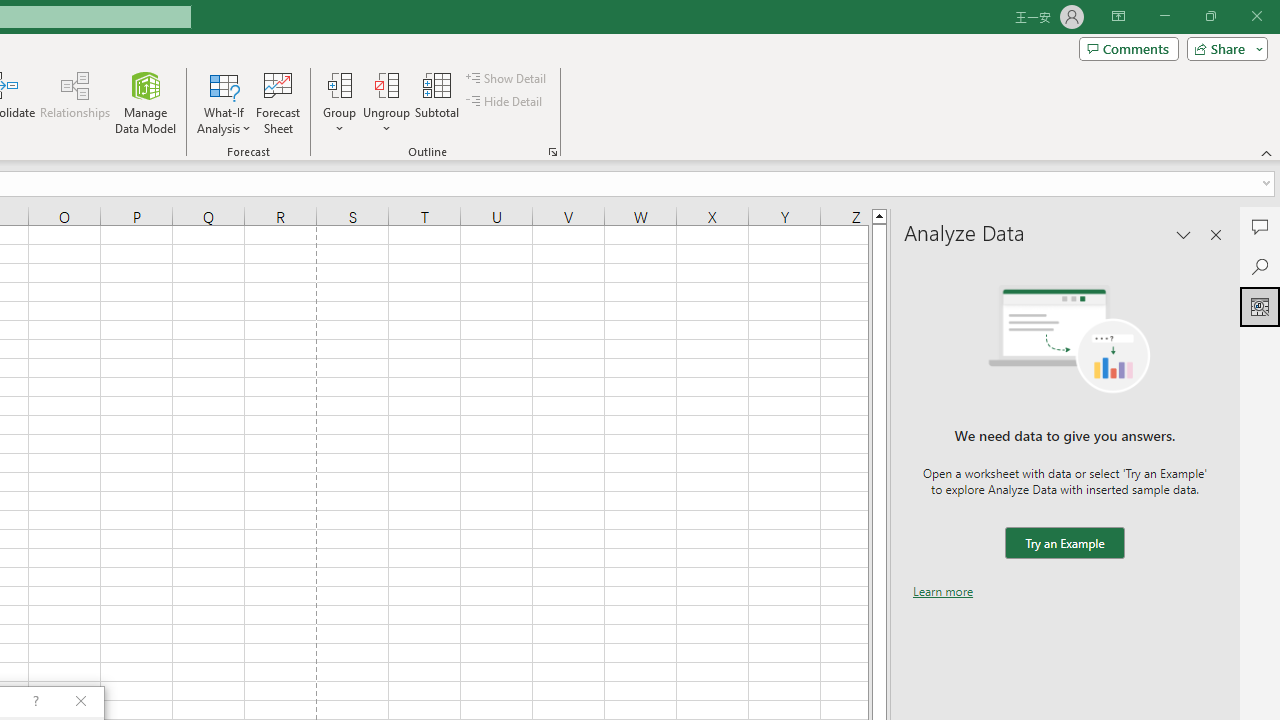  I want to click on 'Line up', so click(879, 215).